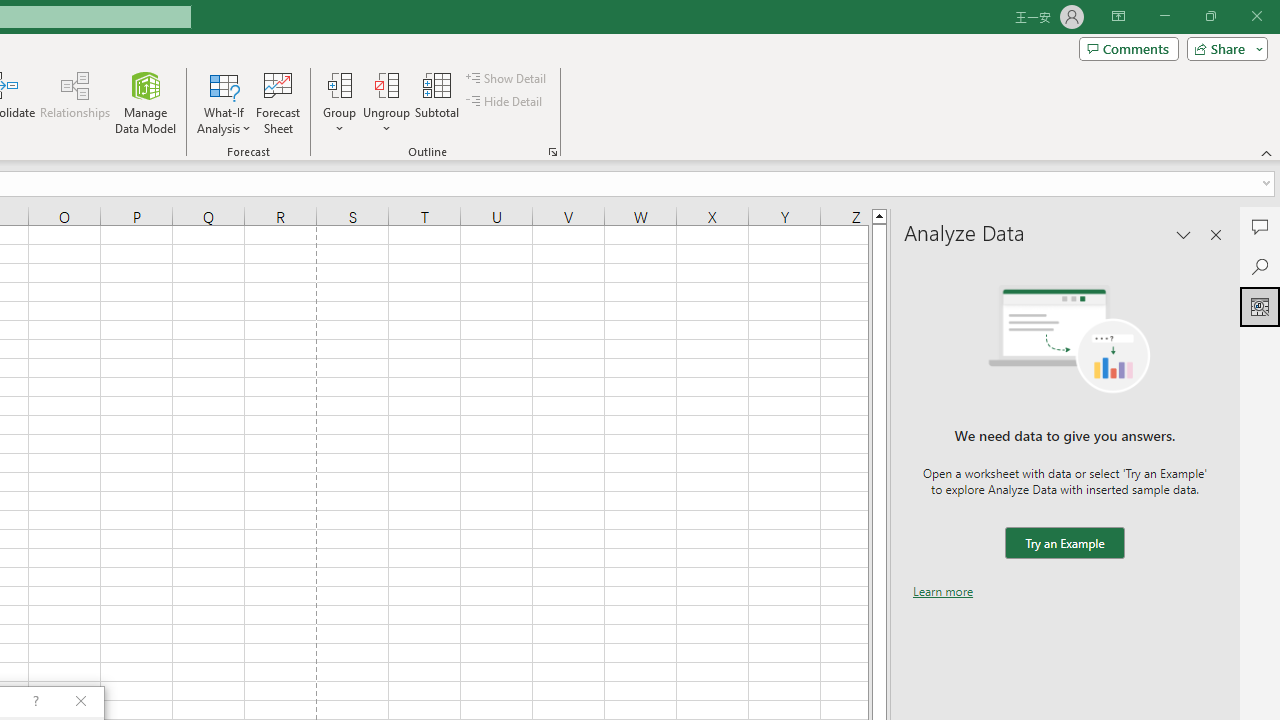  I want to click on 'Line up', so click(879, 215).